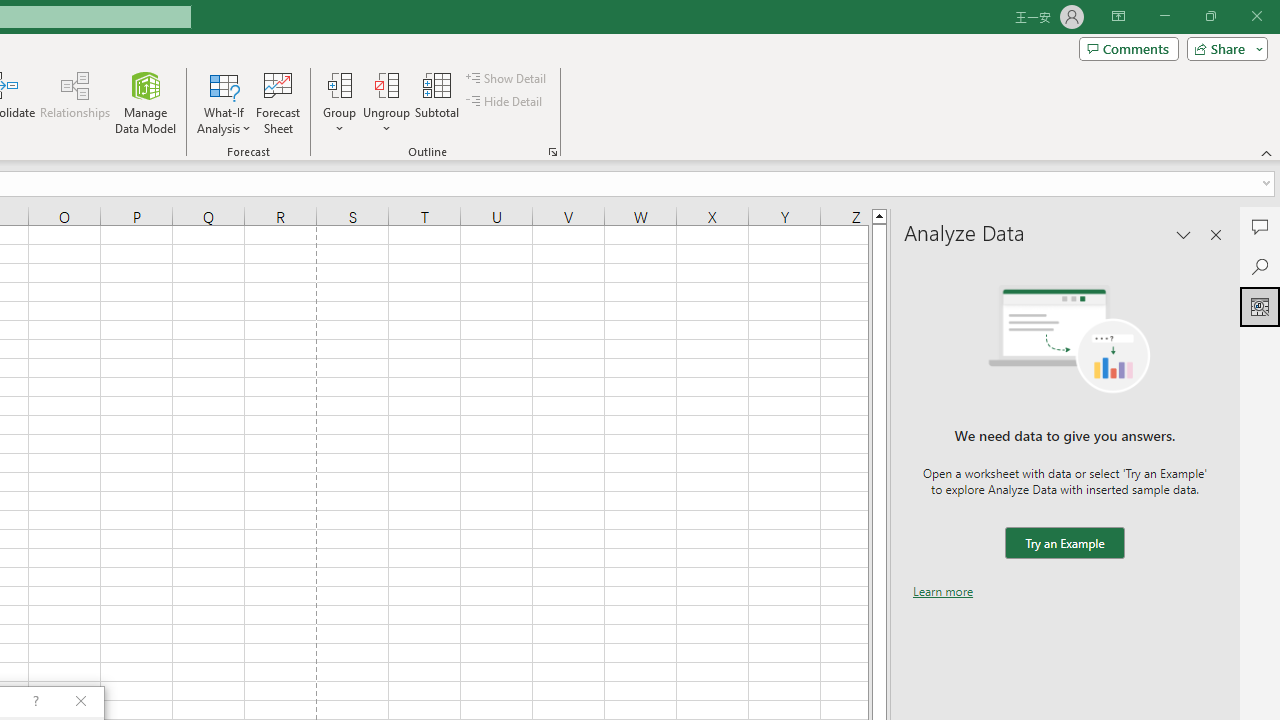  I want to click on 'Line up', so click(879, 215).